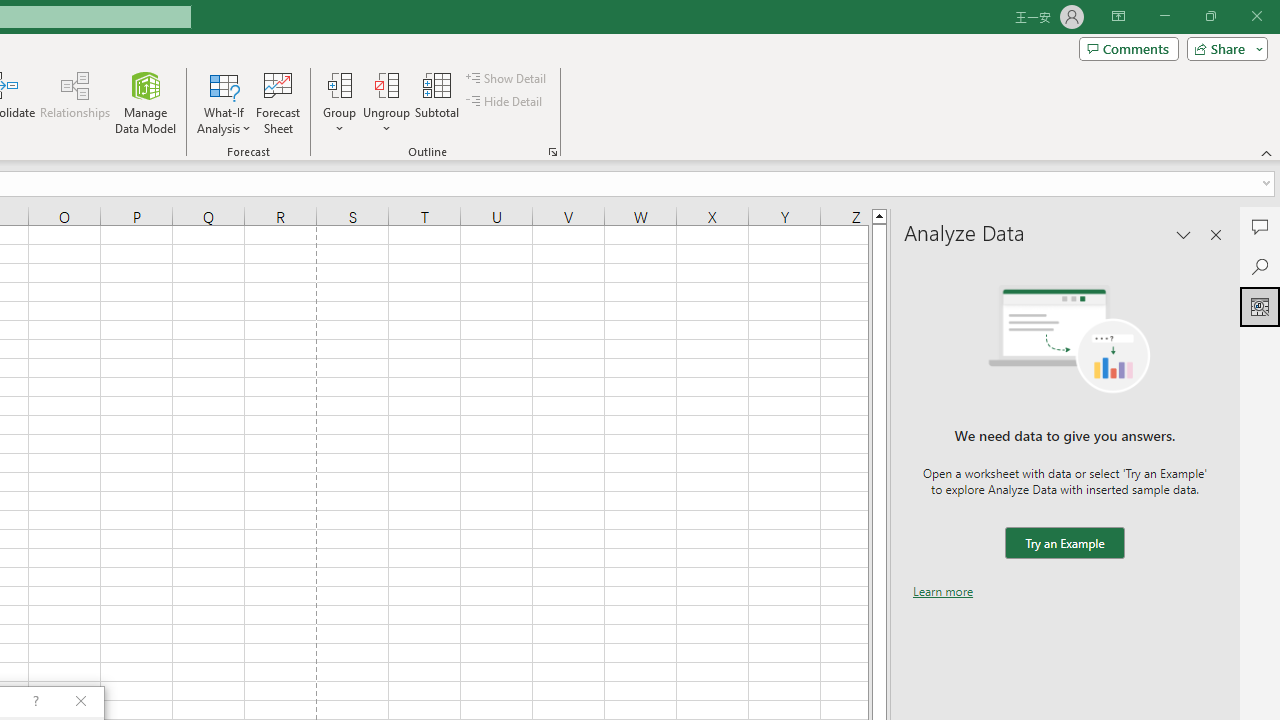  I want to click on 'Line up', so click(879, 215).